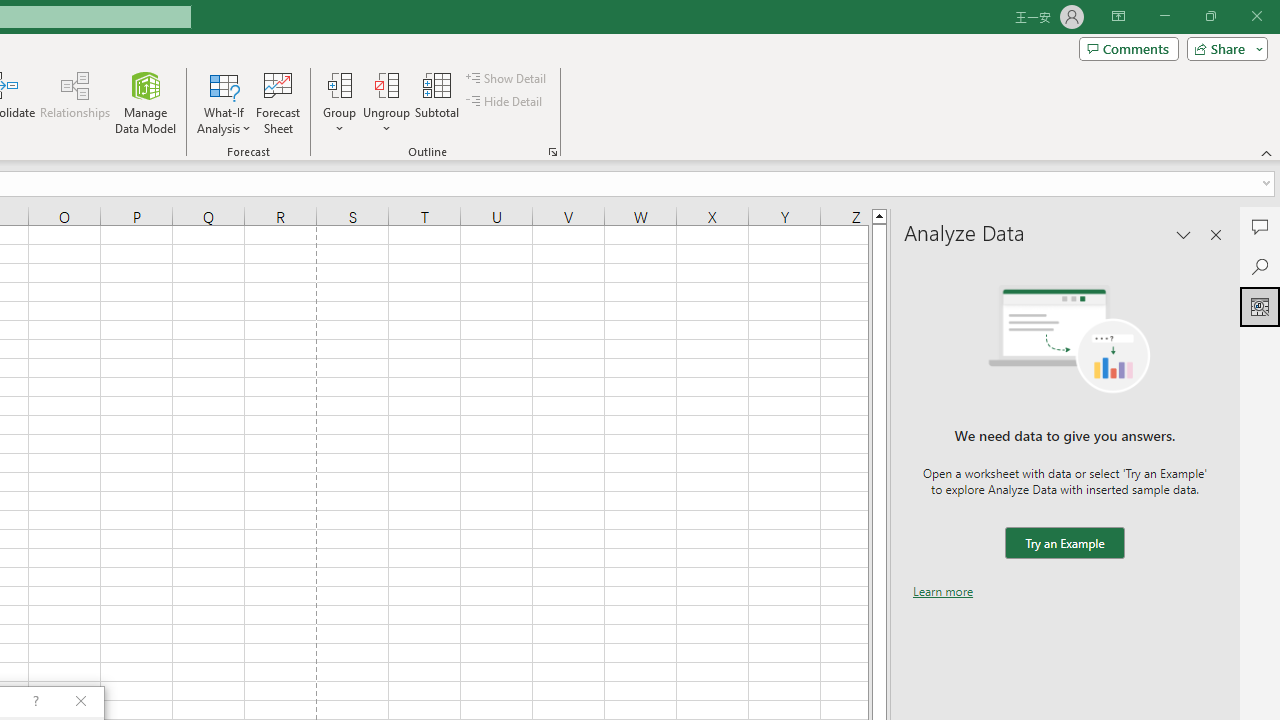  I want to click on 'Line up', so click(879, 215).